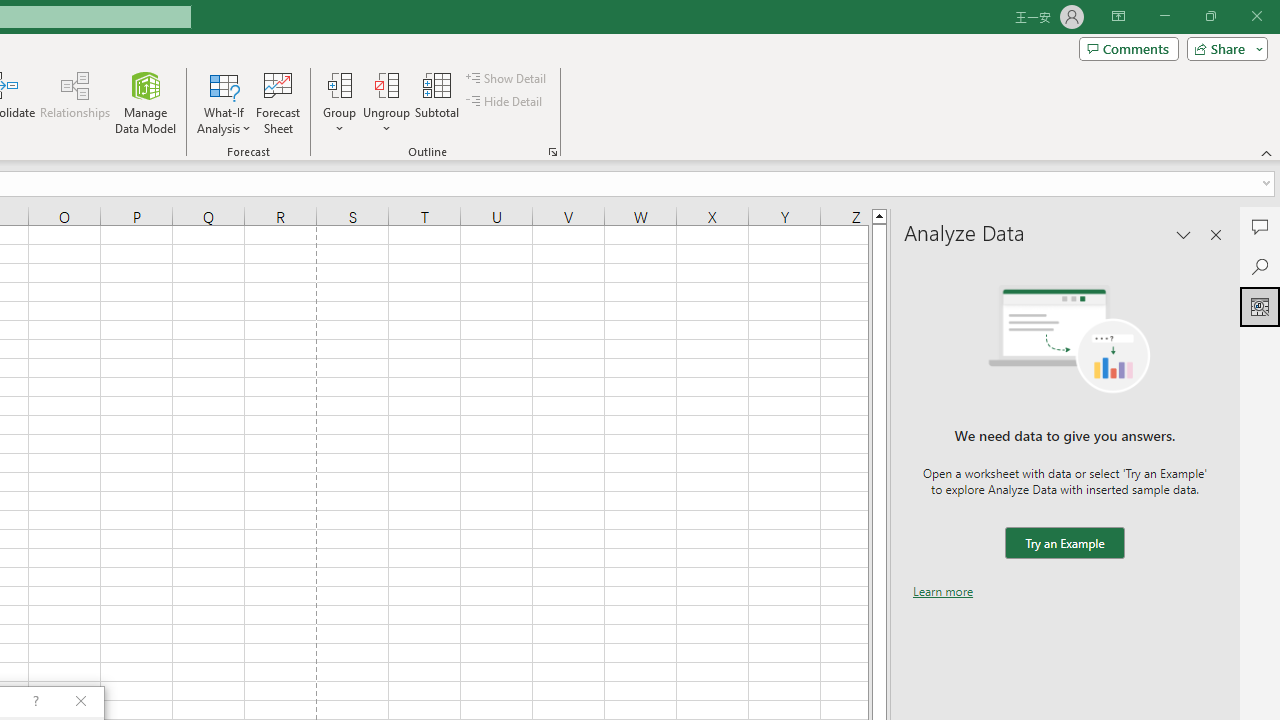  I want to click on 'Line up', so click(879, 215).